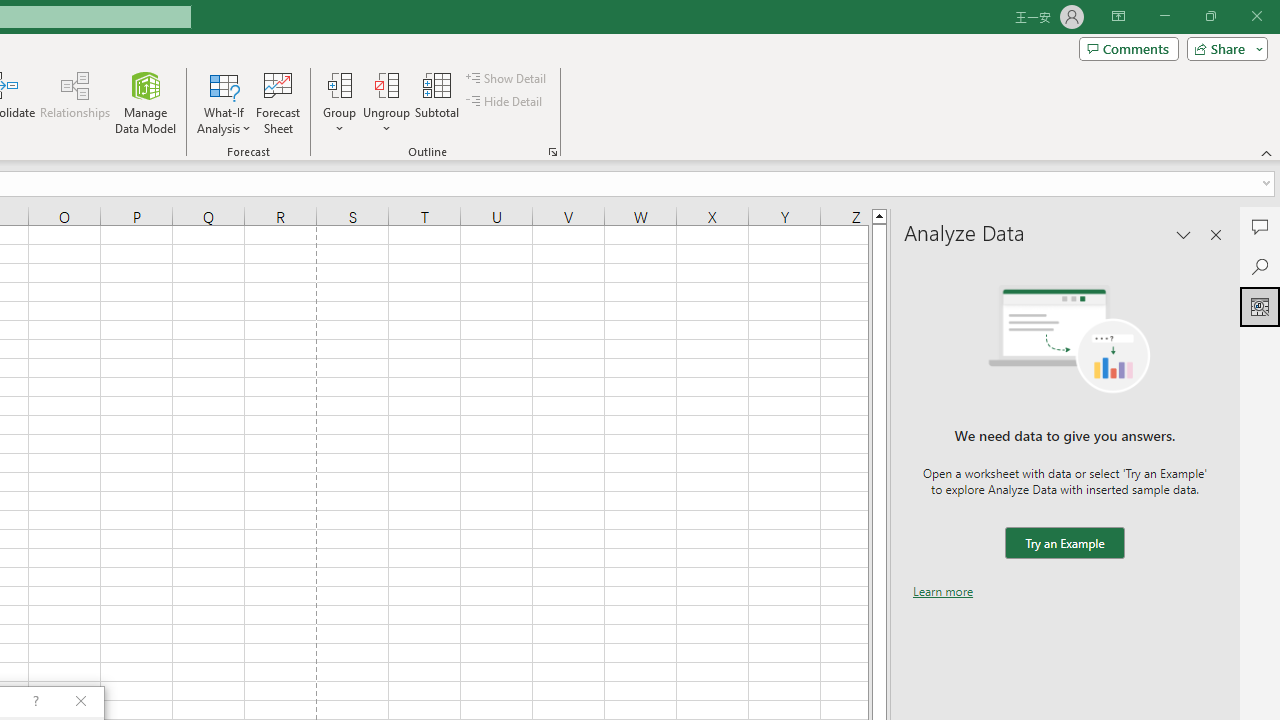  I want to click on 'Line up', so click(879, 215).